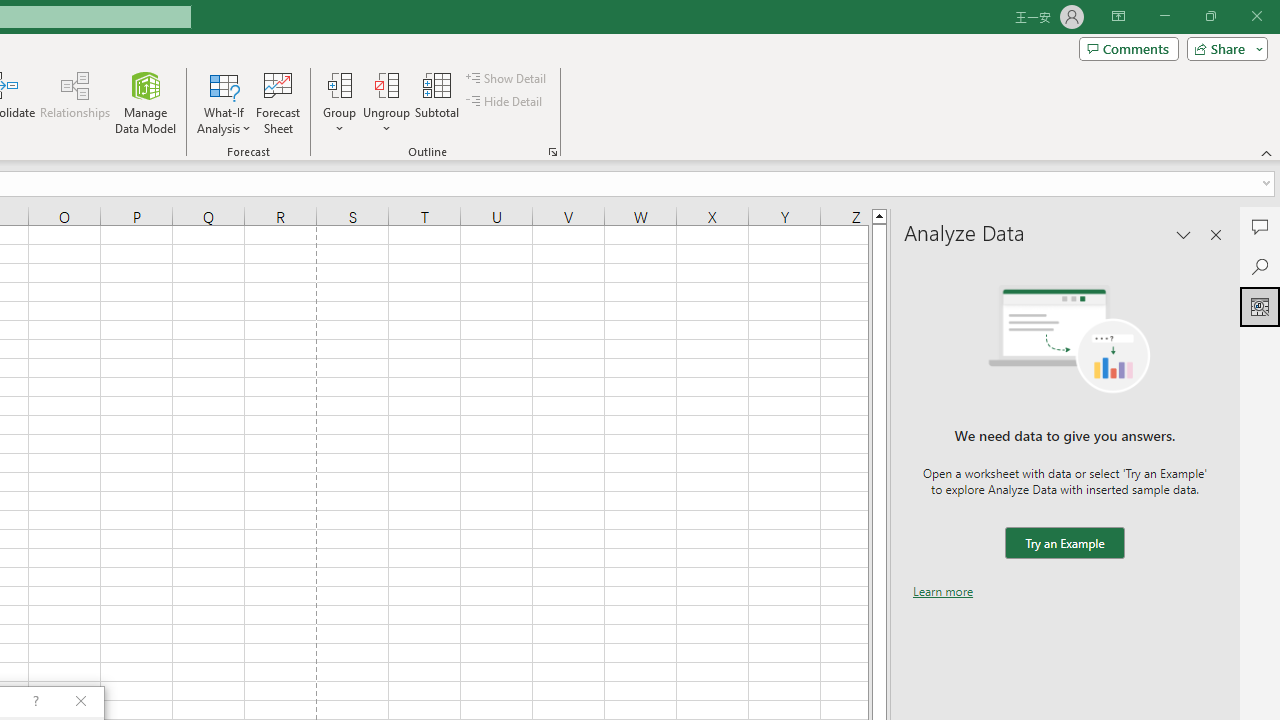  I want to click on 'Line up', so click(879, 215).